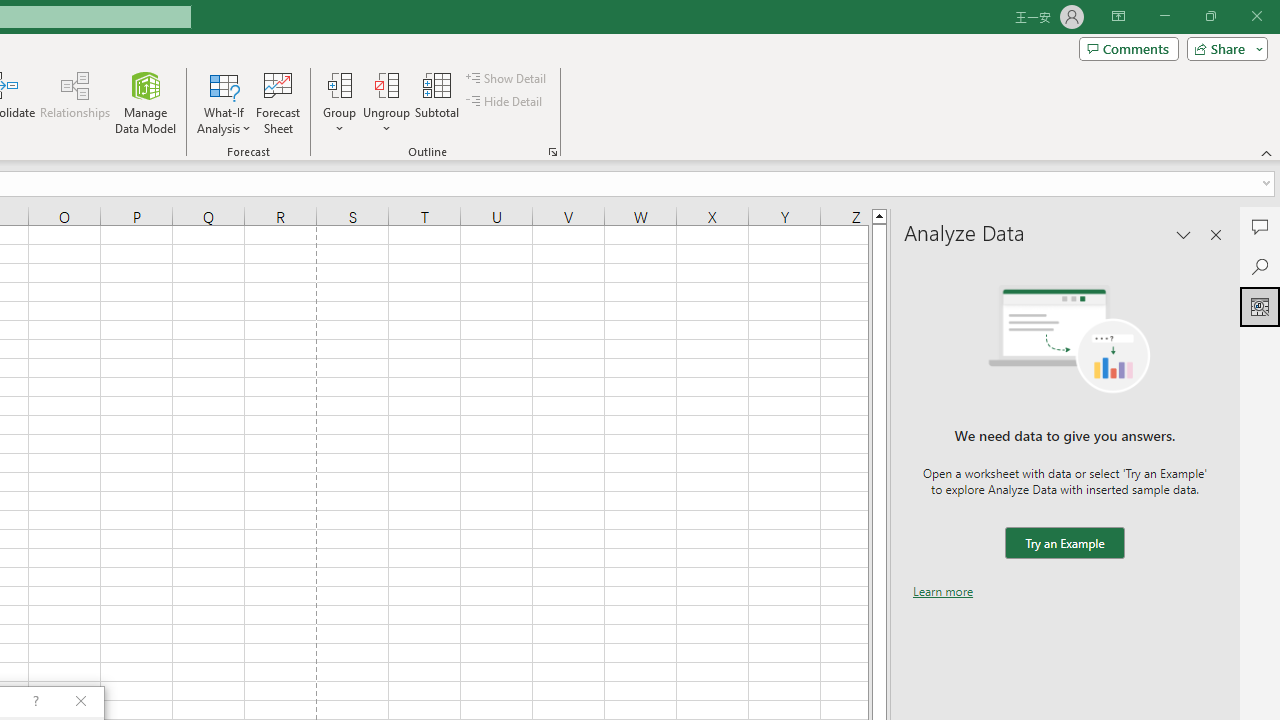  I want to click on 'Line up', so click(879, 215).